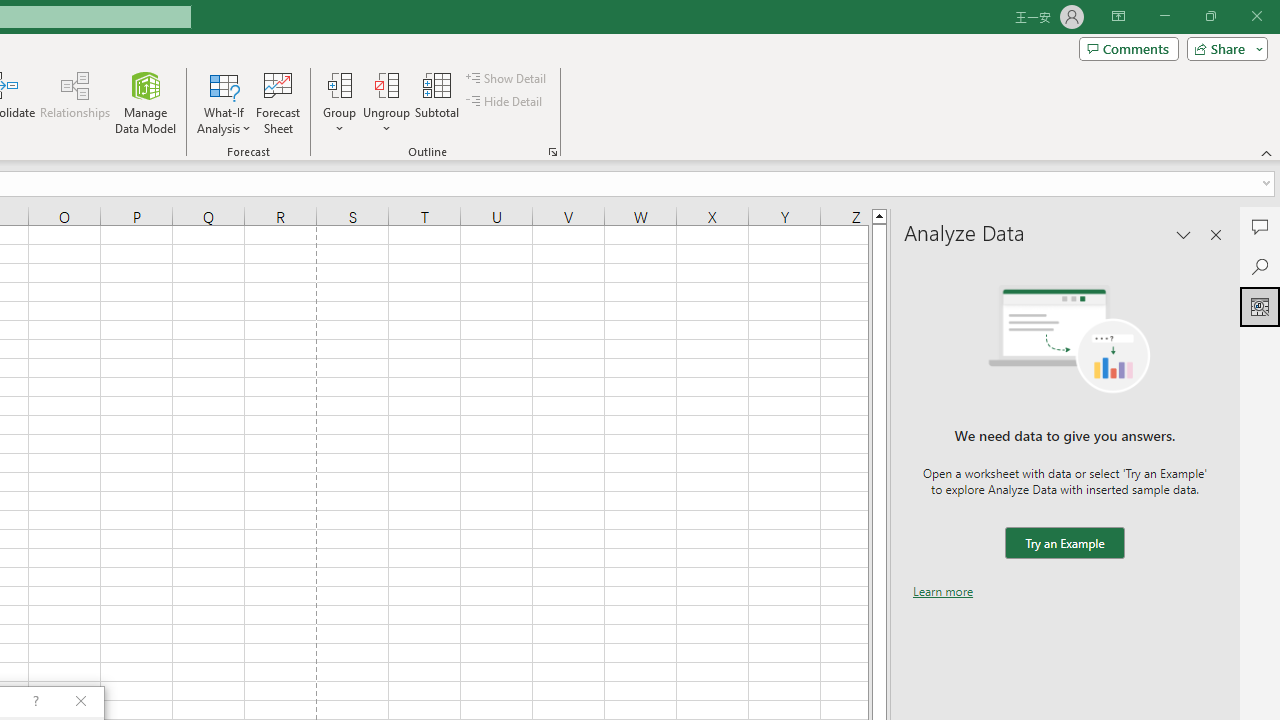  I want to click on 'Line up', so click(879, 215).